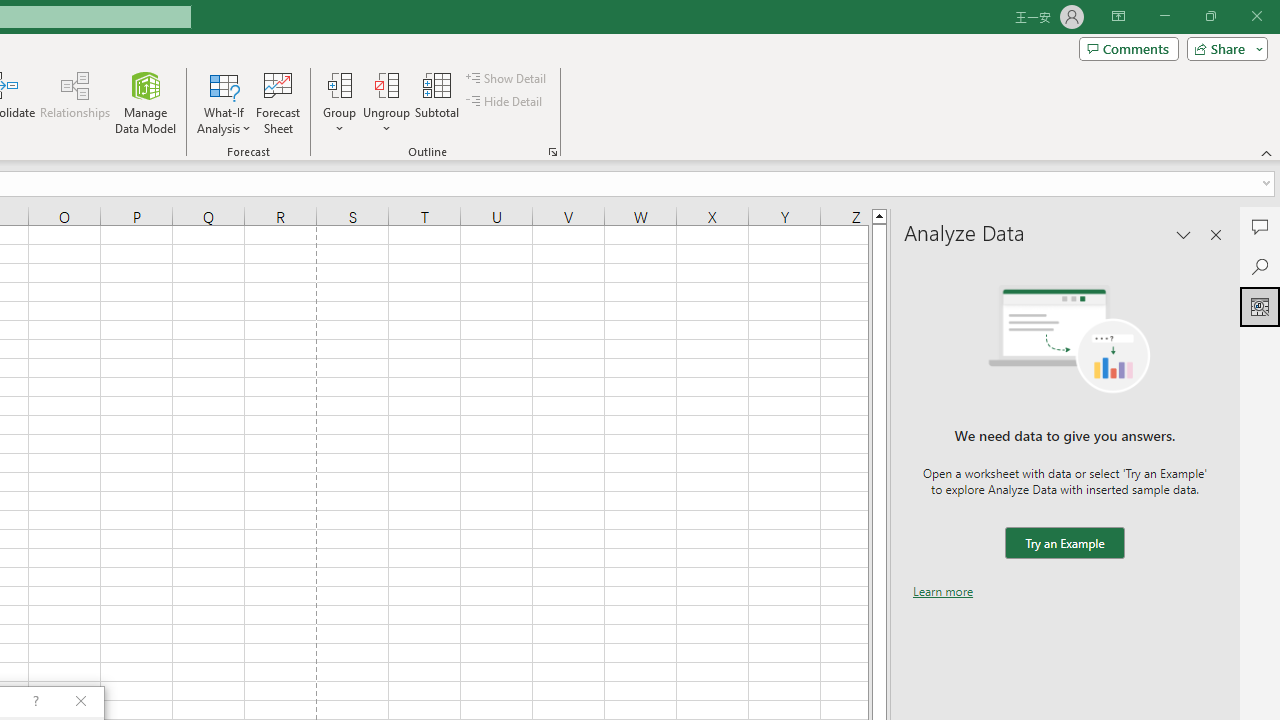  I want to click on 'Line up', so click(879, 215).